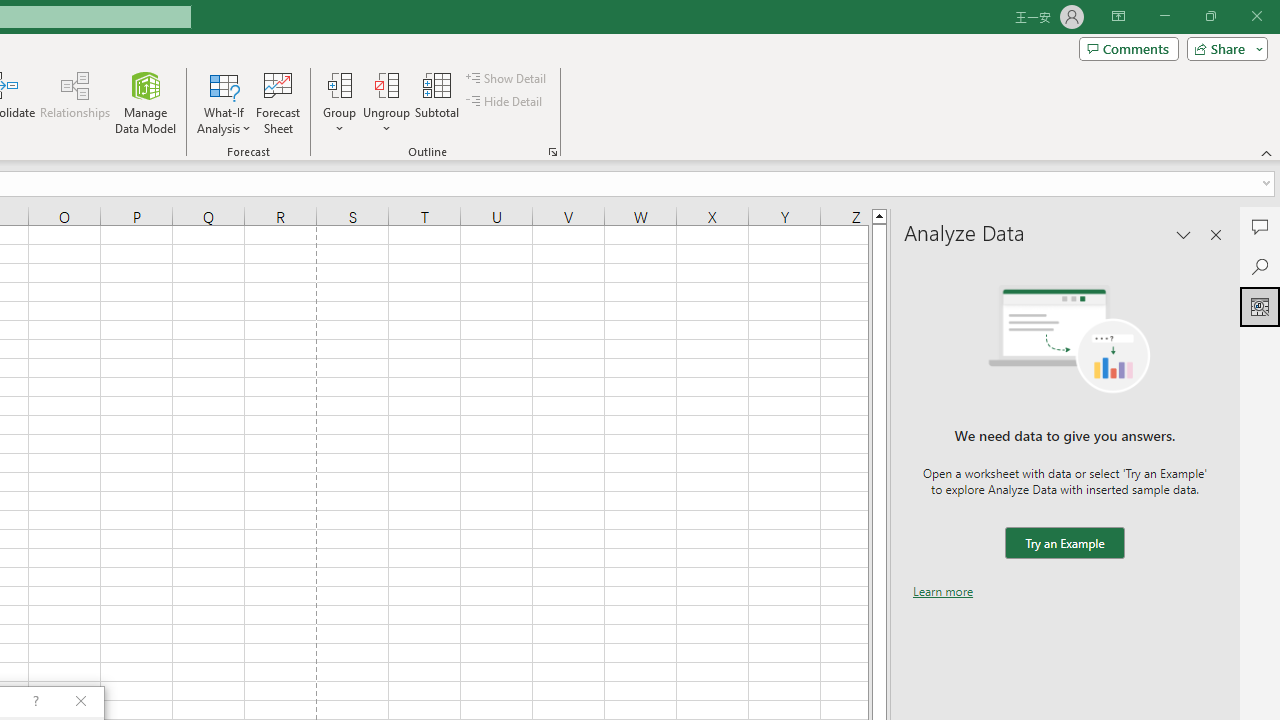  I want to click on 'Line up', so click(879, 215).